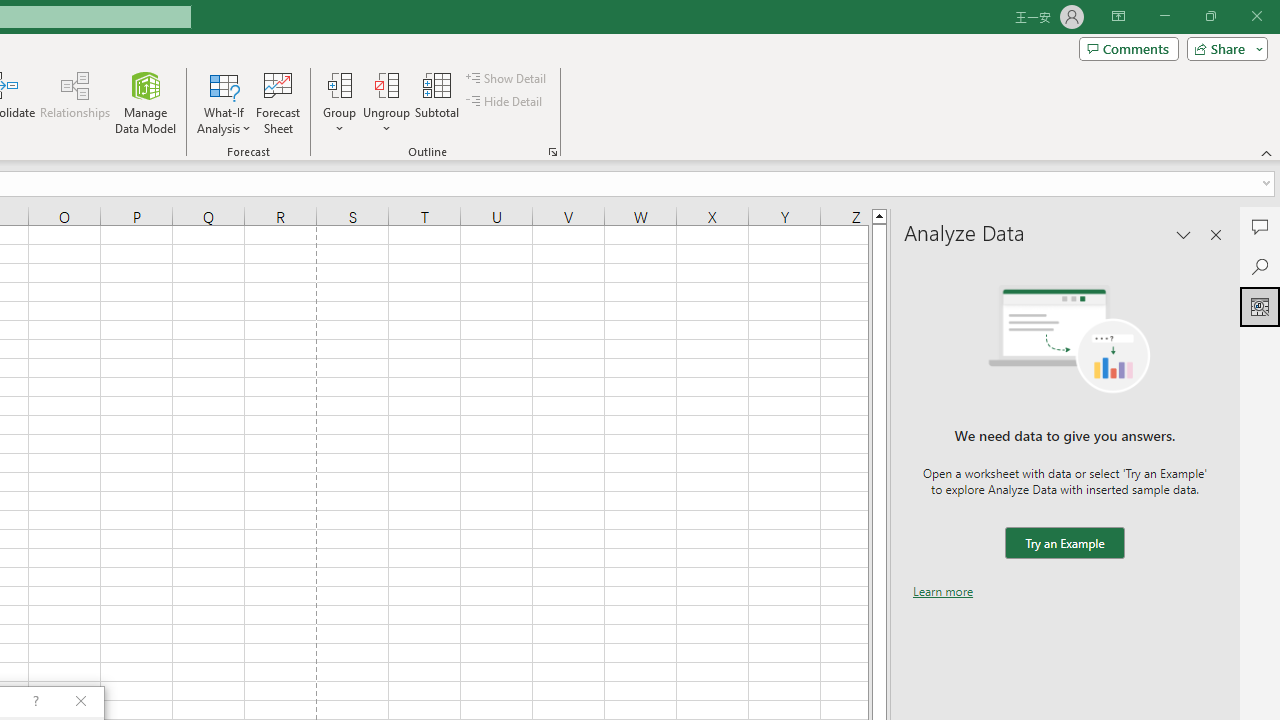  I want to click on 'Line up', so click(879, 215).